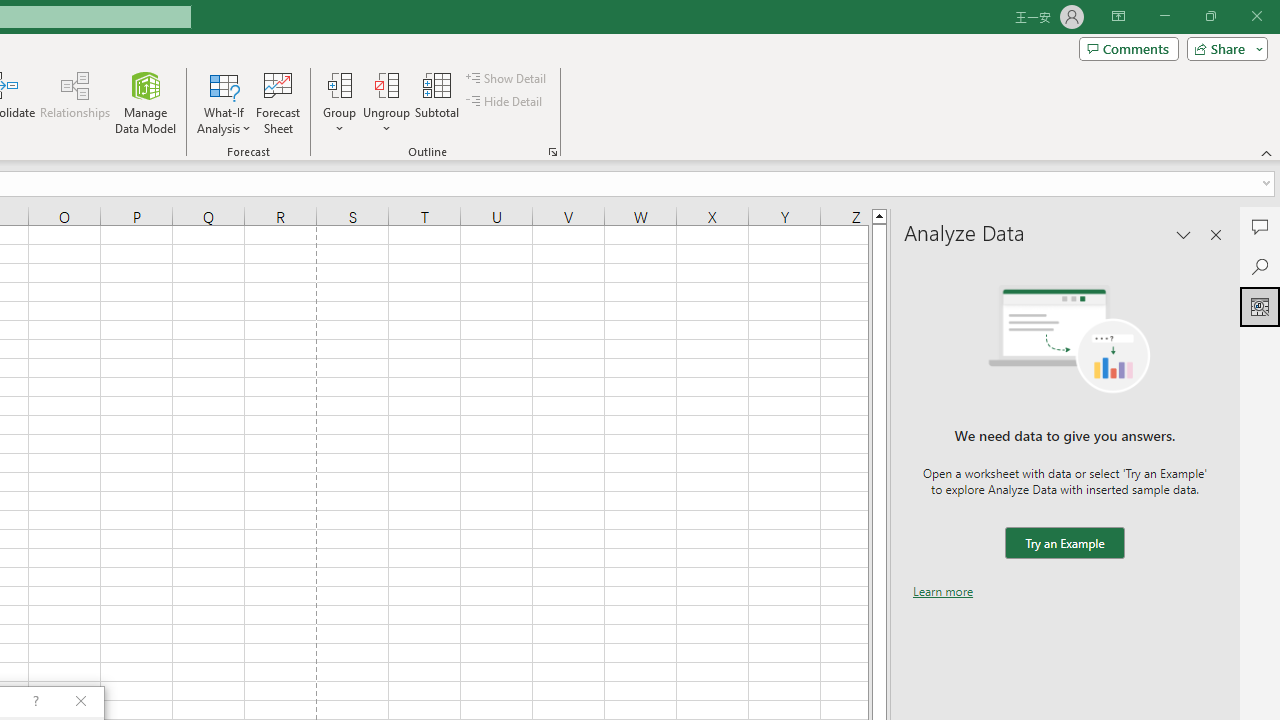  I want to click on 'Line up', so click(879, 215).